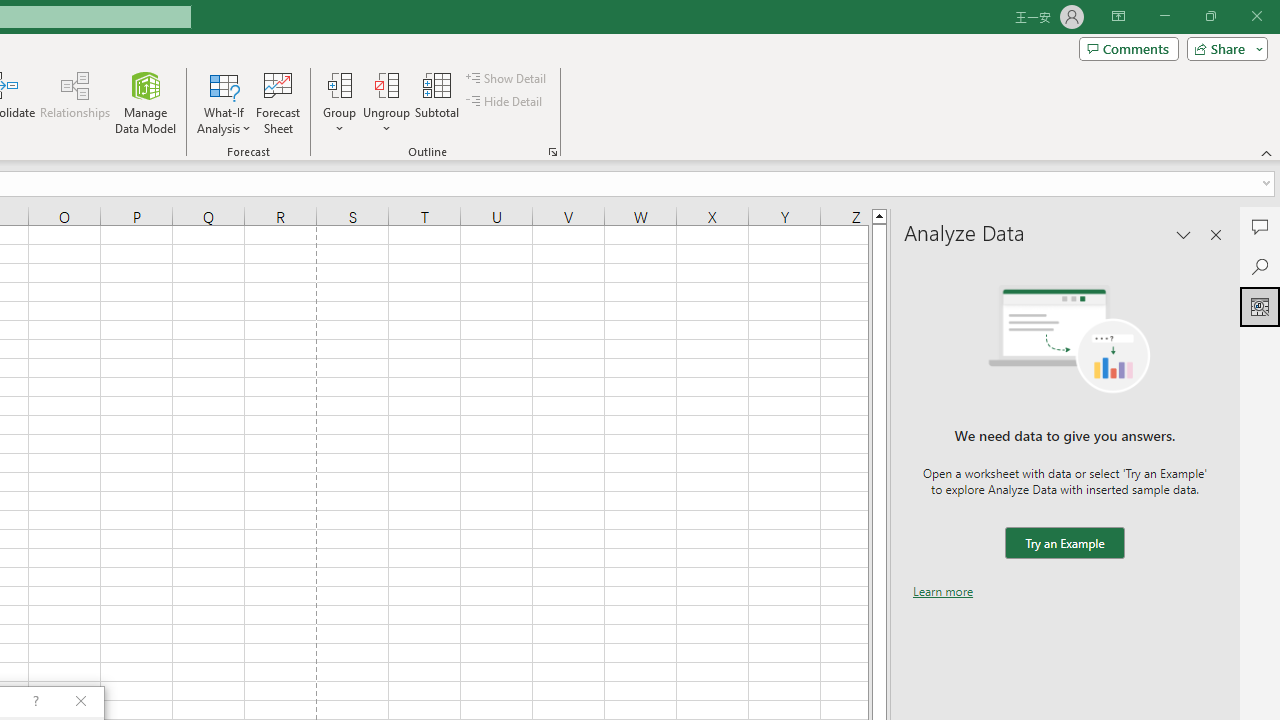  I want to click on 'Line up', so click(879, 215).